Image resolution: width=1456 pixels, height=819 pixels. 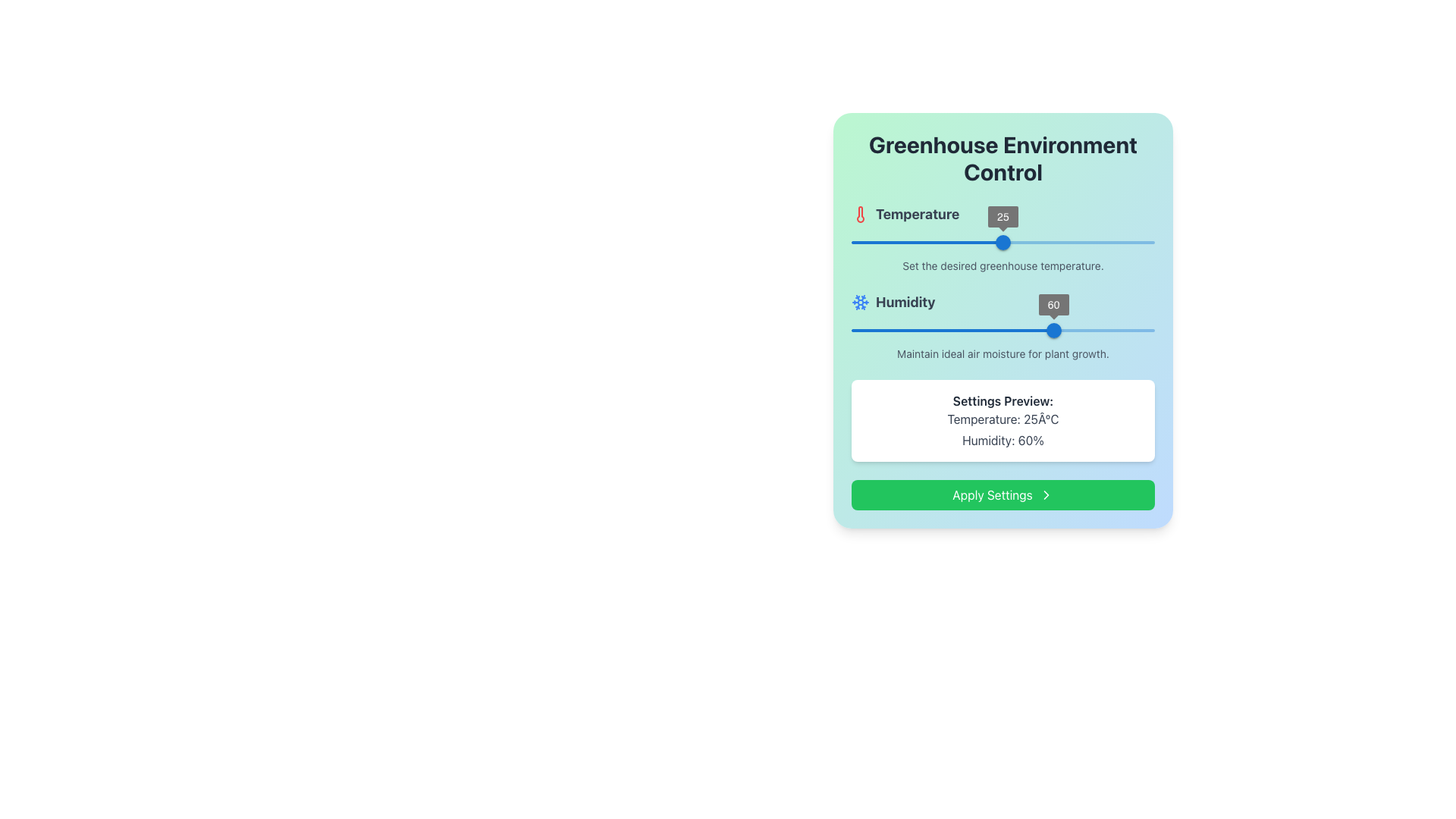 What do you see at coordinates (1003, 353) in the screenshot?
I see `text label providing guidance on setting the humidity level for the greenhouse, located directly below the slider labeled '60' and captioned 'Humidity'` at bounding box center [1003, 353].